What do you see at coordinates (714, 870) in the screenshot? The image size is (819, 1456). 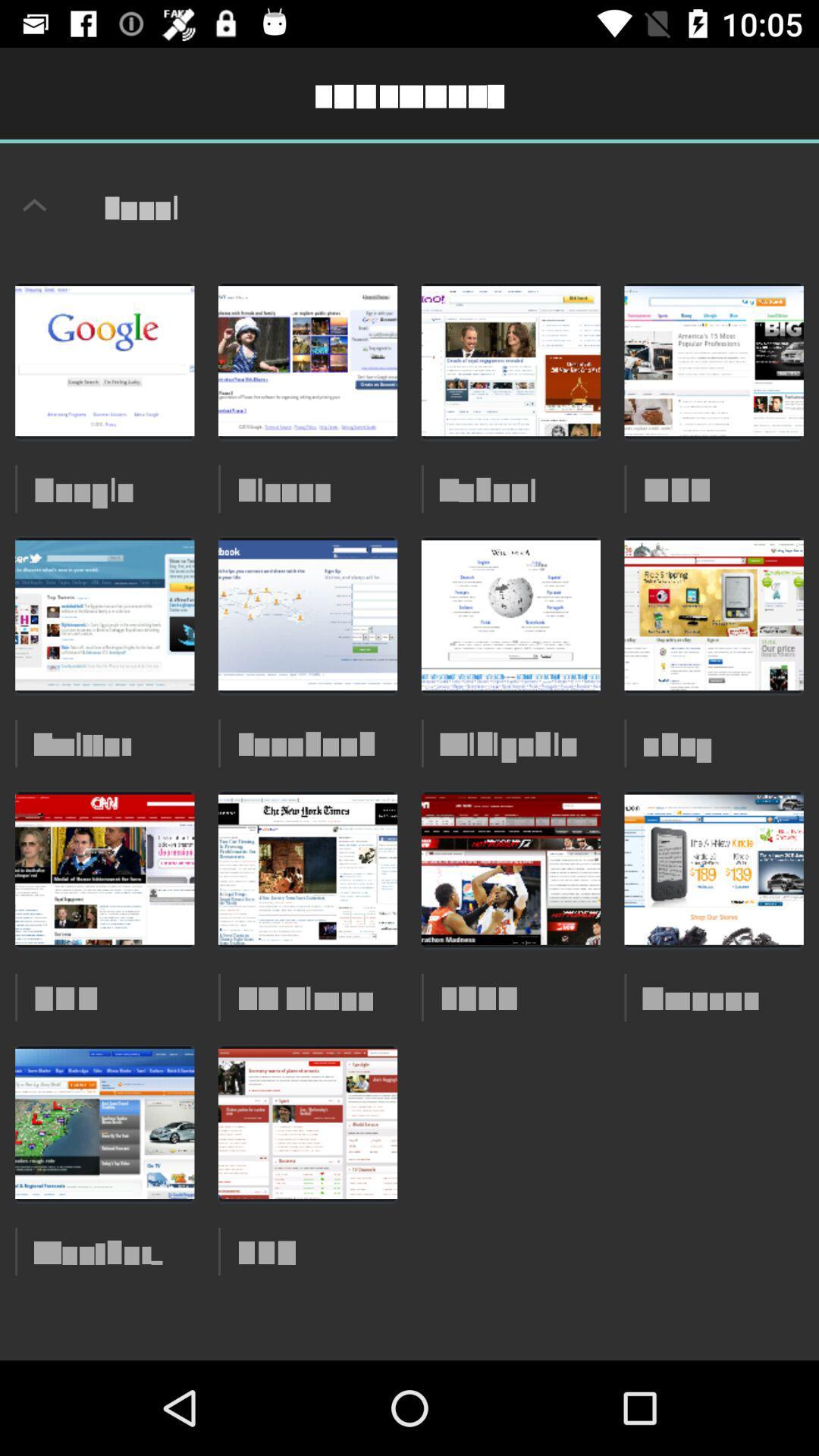 I see `the third image from the top right corner of the web page` at bounding box center [714, 870].